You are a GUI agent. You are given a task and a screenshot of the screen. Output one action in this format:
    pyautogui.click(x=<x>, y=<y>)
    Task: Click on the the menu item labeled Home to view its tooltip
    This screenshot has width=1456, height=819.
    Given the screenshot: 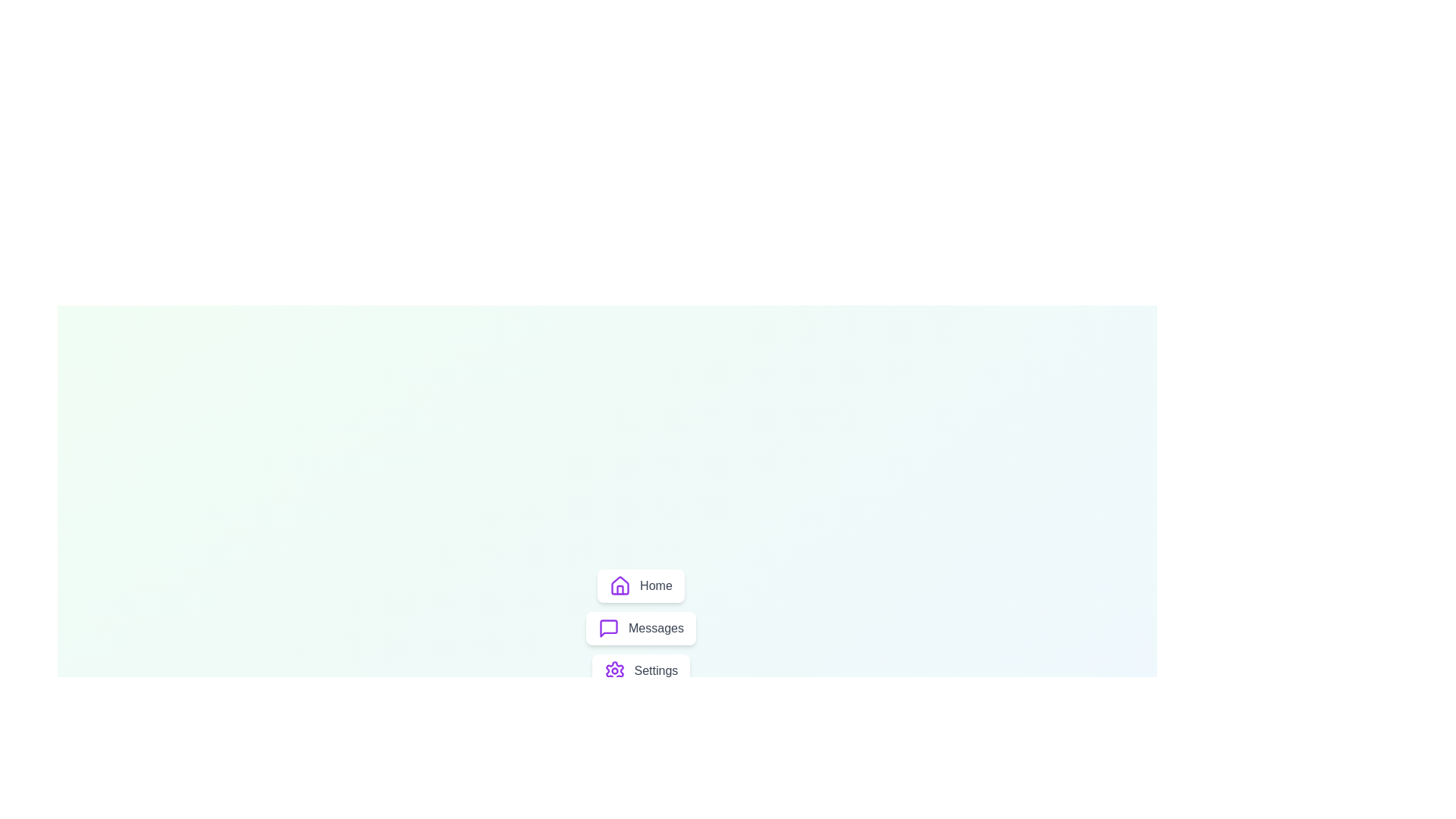 What is the action you would take?
    pyautogui.click(x=640, y=585)
    